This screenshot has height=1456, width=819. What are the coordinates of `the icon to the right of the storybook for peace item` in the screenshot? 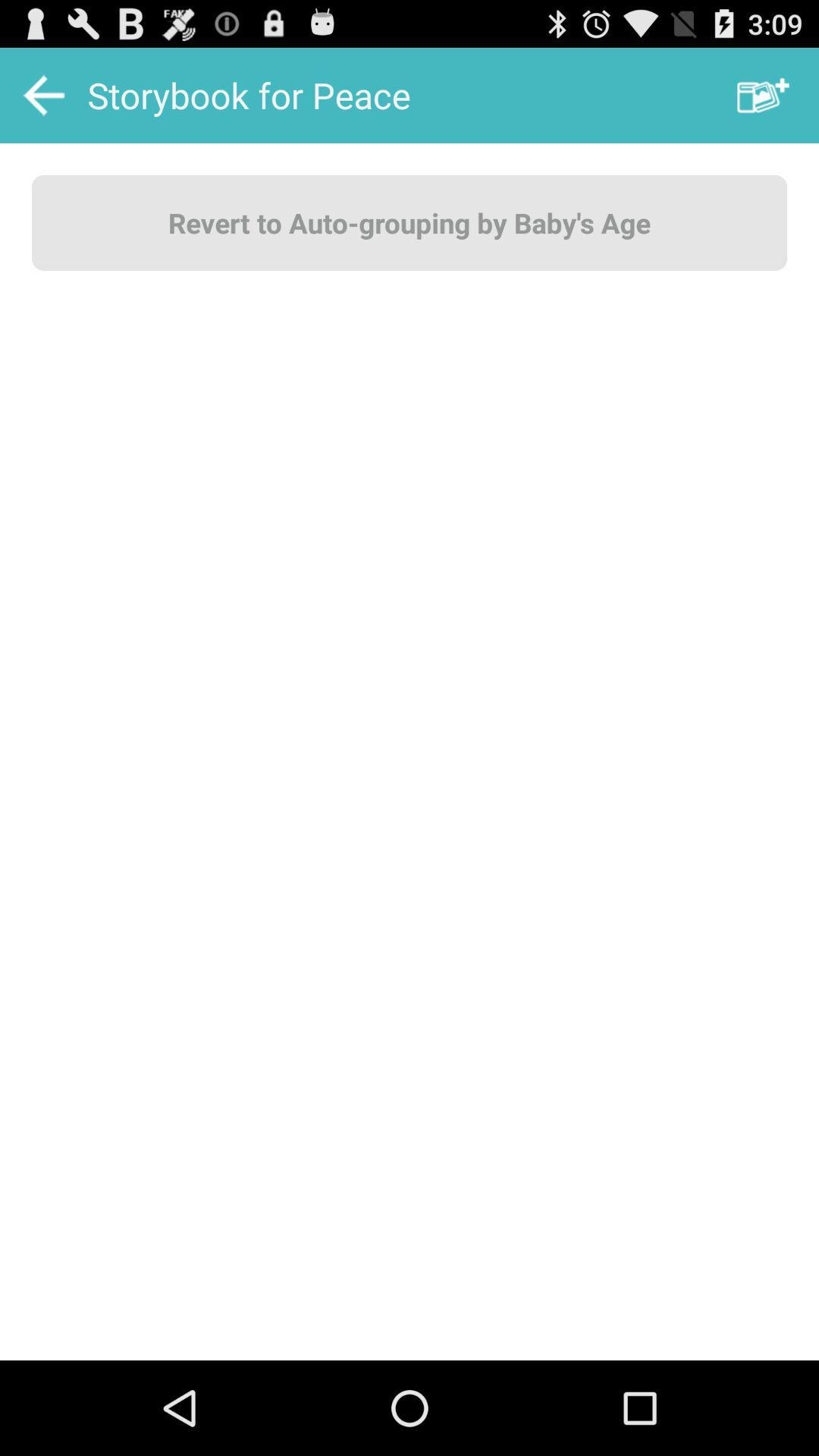 It's located at (763, 94).